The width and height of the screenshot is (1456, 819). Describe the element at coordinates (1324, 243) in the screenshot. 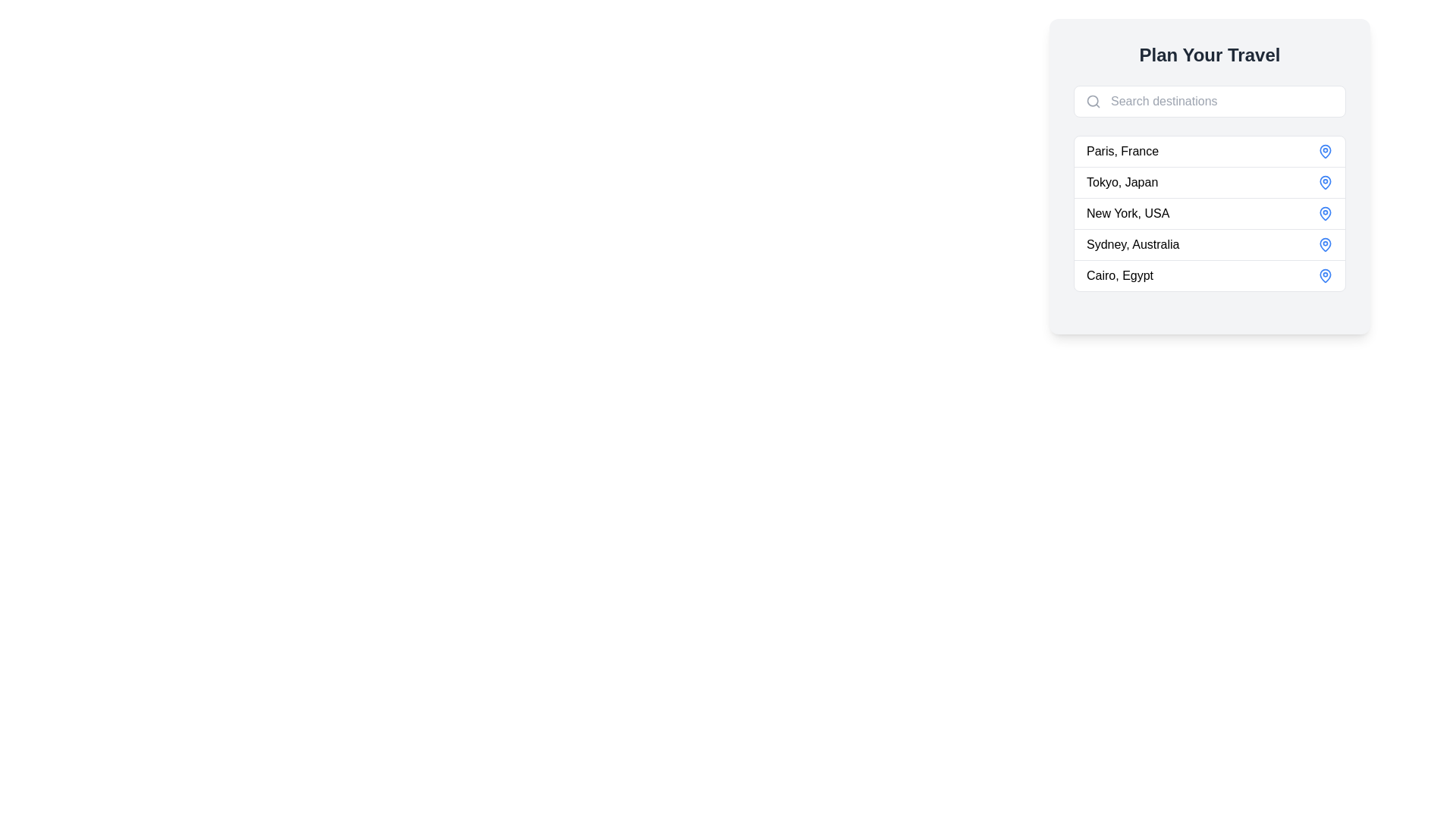

I see `the location pin icon for 'Sydney, Australia'` at that location.